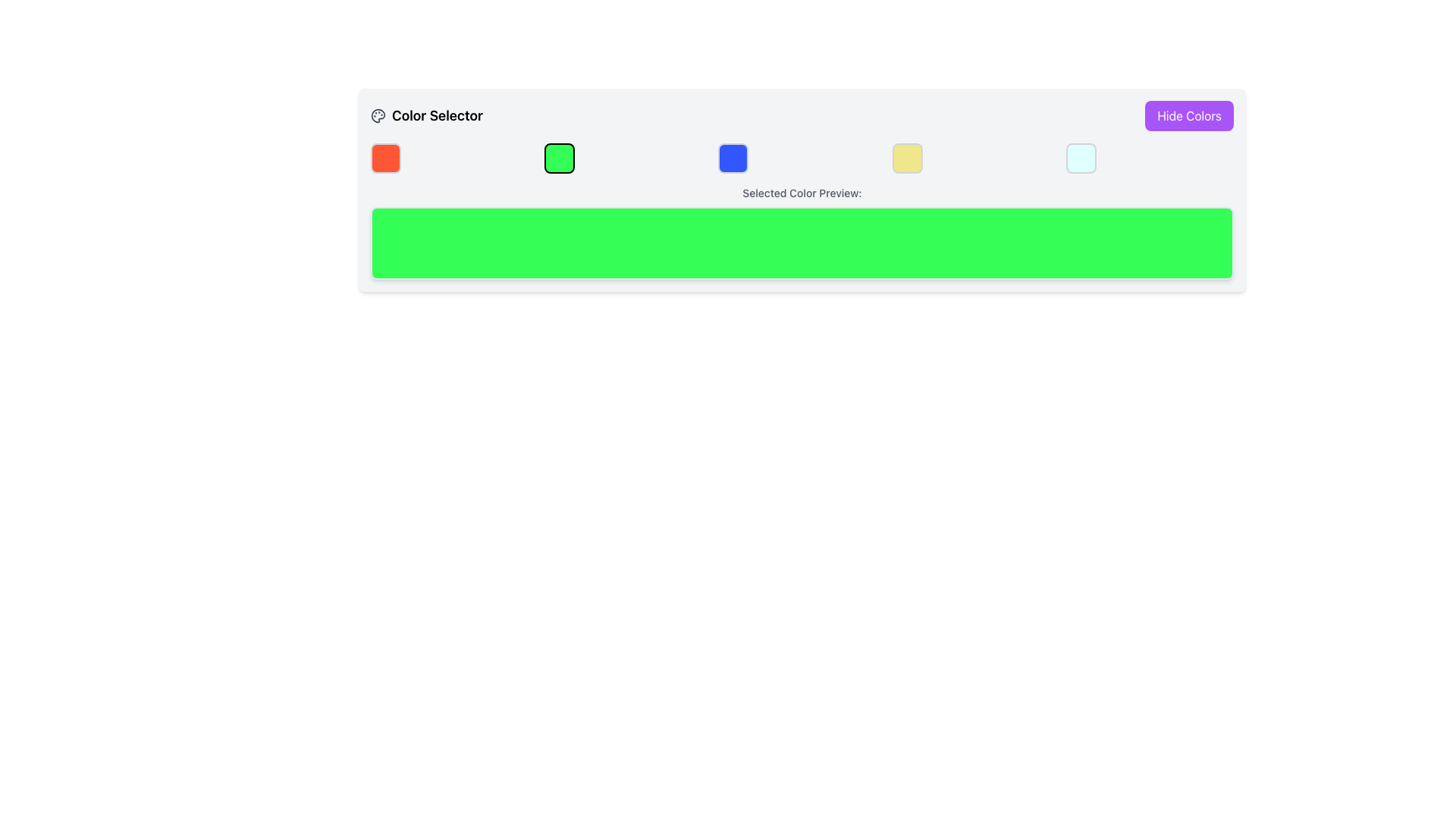 Image resolution: width=1456 pixels, height=819 pixels. I want to click on the circular painter's palette shape within the 'Color Selector' component, located in the top-left corner of the interface, so click(378, 115).